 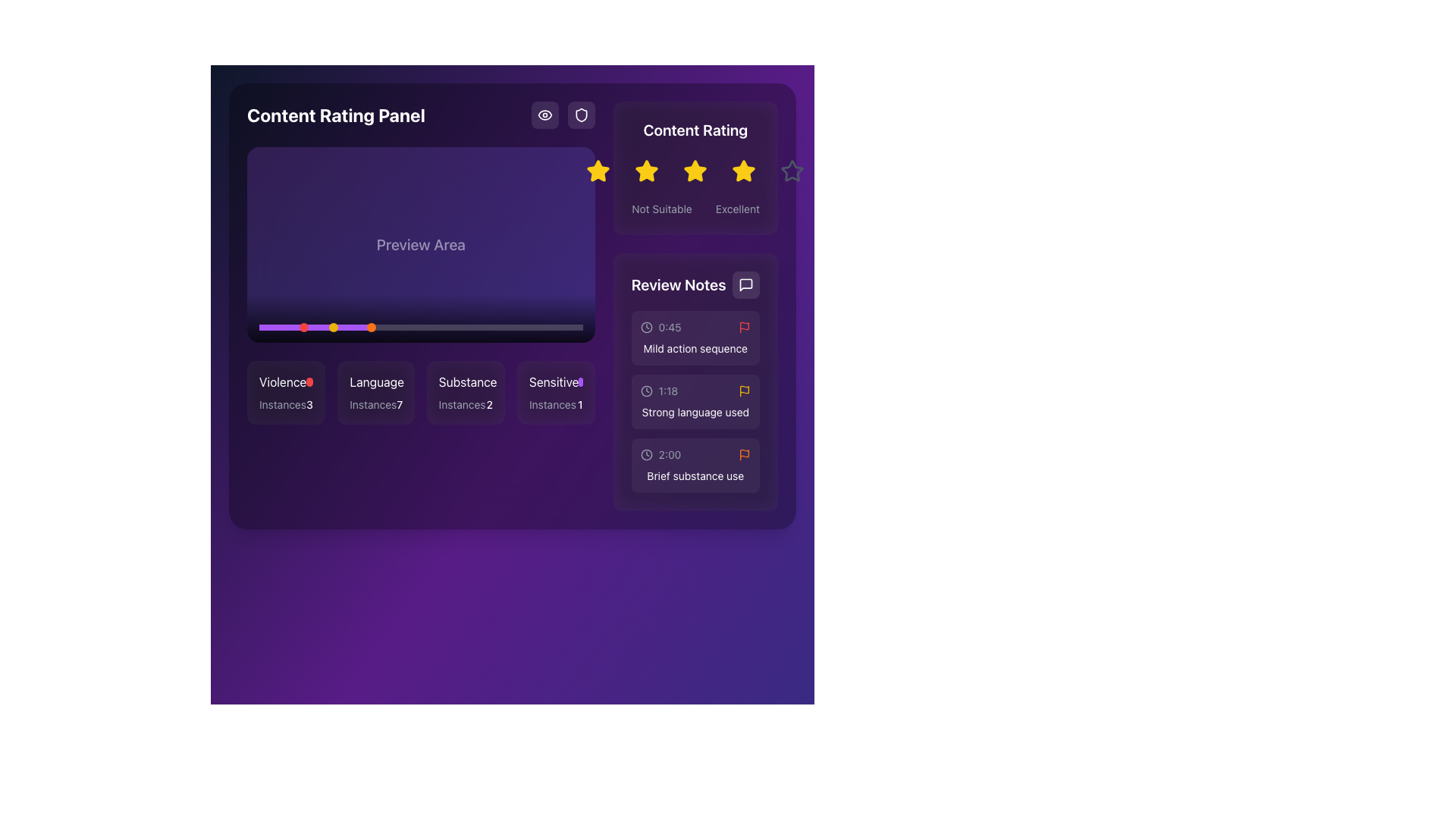 What do you see at coordinates (695, 171) in the screenshot?
I see `the third star in the 'Content Rating' section` at bounding box center [695, 171].